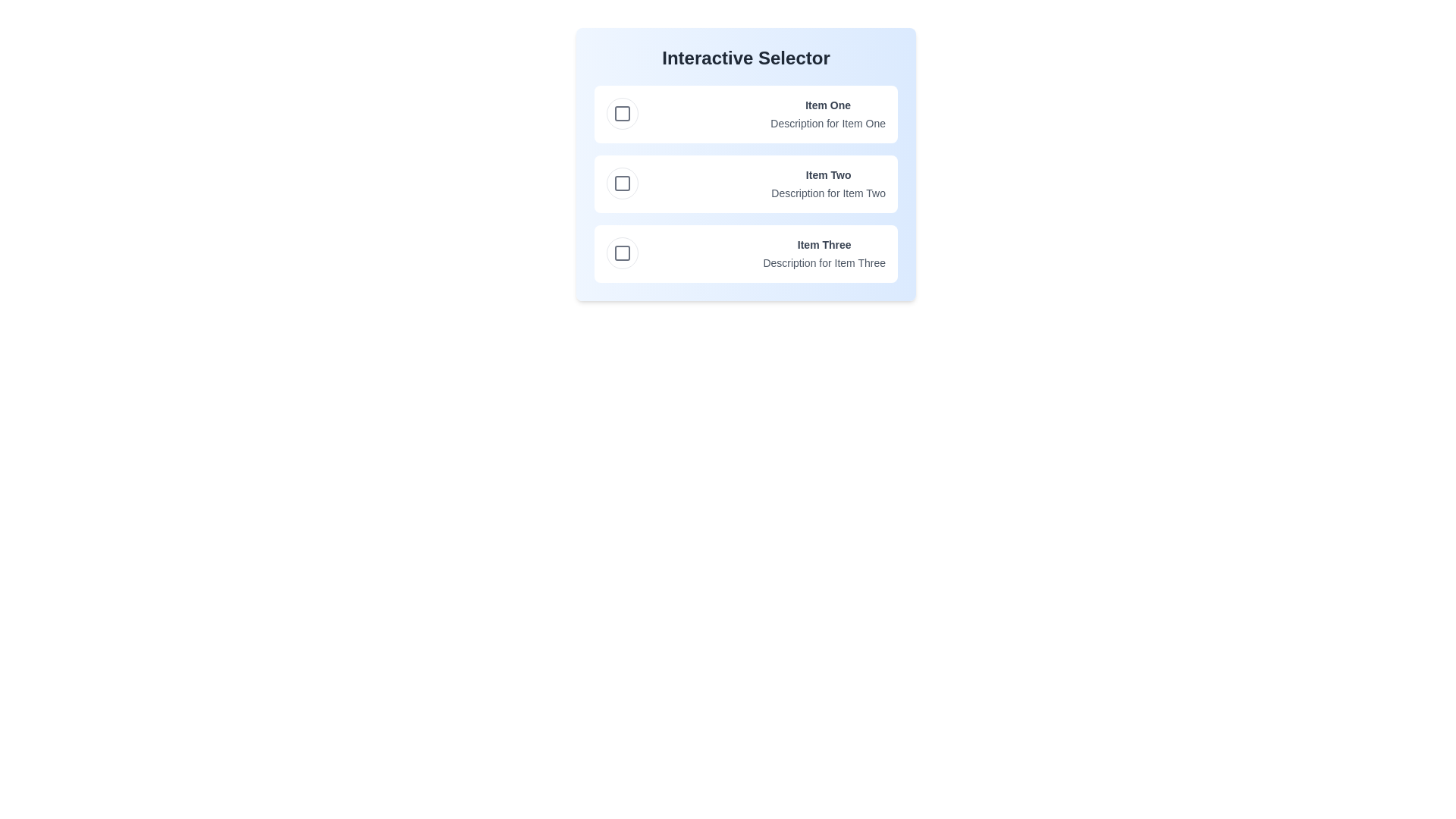  What do you see at coordinates (622, 113) in the screenshot?
I see `the circular button containing a hollow square icon, which is the first in a vertical list associated with 'Item One Description for Item One'` at bounding box center [622, 113].